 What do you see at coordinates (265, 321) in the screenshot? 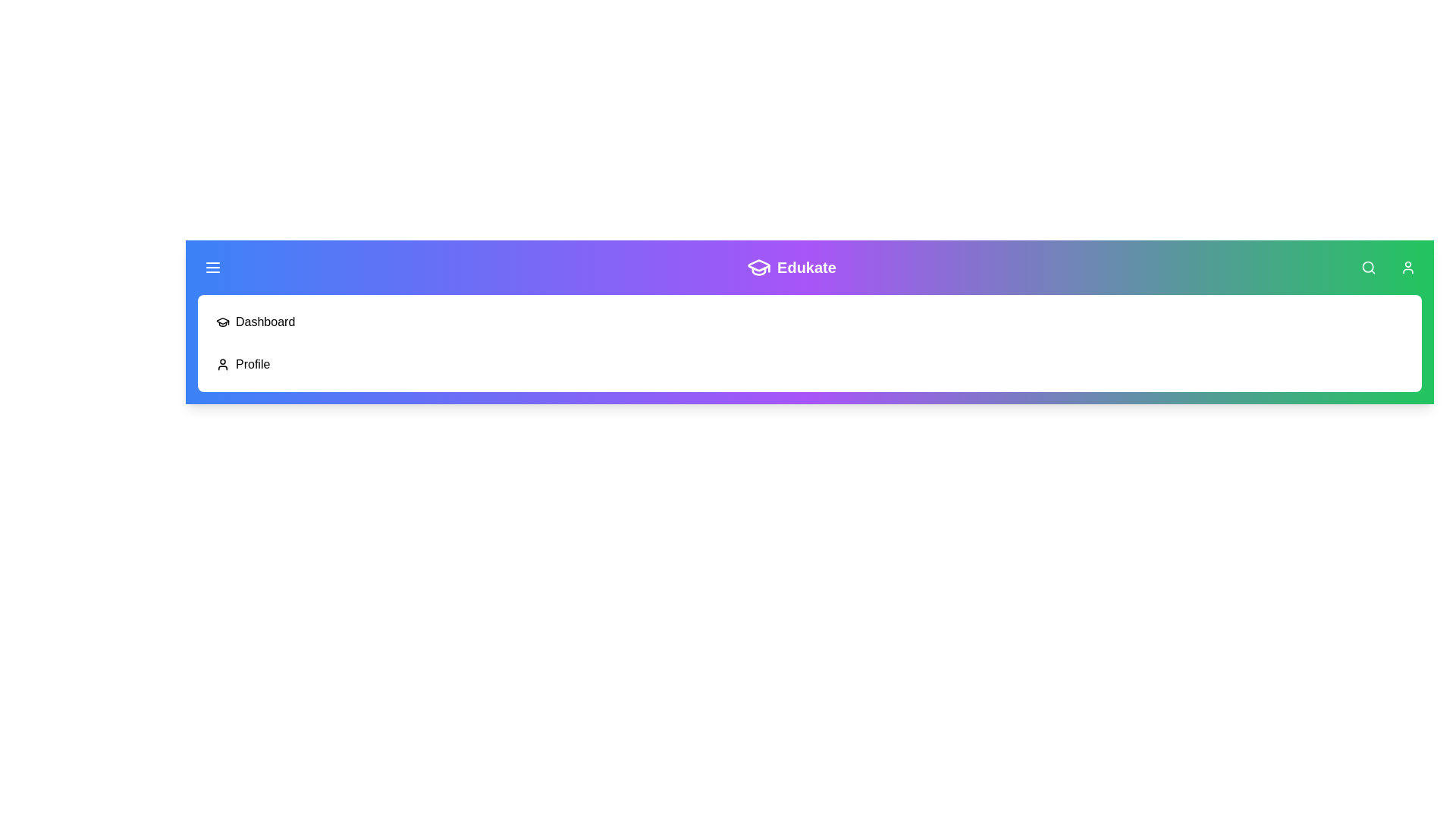
I see `the Dashboard navigation item in the menu` at bounding box center [265, 321].